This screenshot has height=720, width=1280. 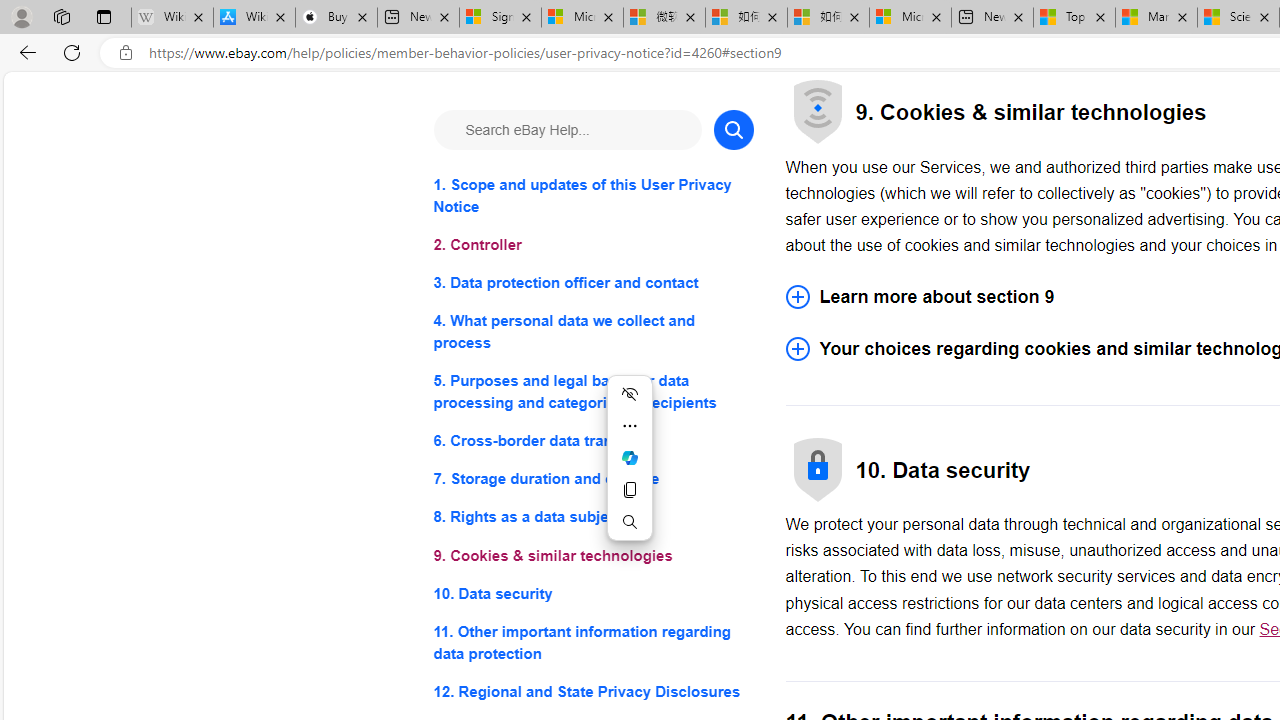 What do you see at coordinates (592, 283) in the screenshot?
I see `'3. Data protection officer and contact'` at bounding box center [592, 283].